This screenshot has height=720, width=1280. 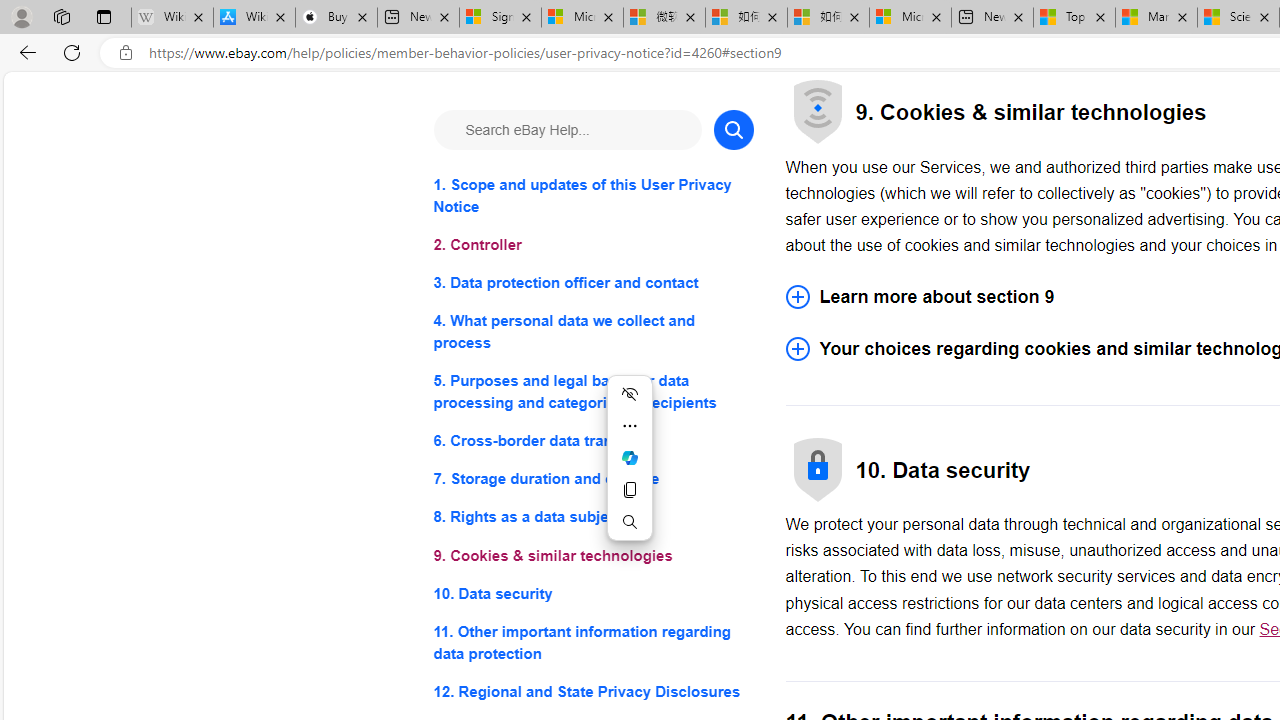 What do you see at coordinates (592, 283) in the screenshot?
I see `'3. Data protection officer and contact'` at bounding box center [592, 283].